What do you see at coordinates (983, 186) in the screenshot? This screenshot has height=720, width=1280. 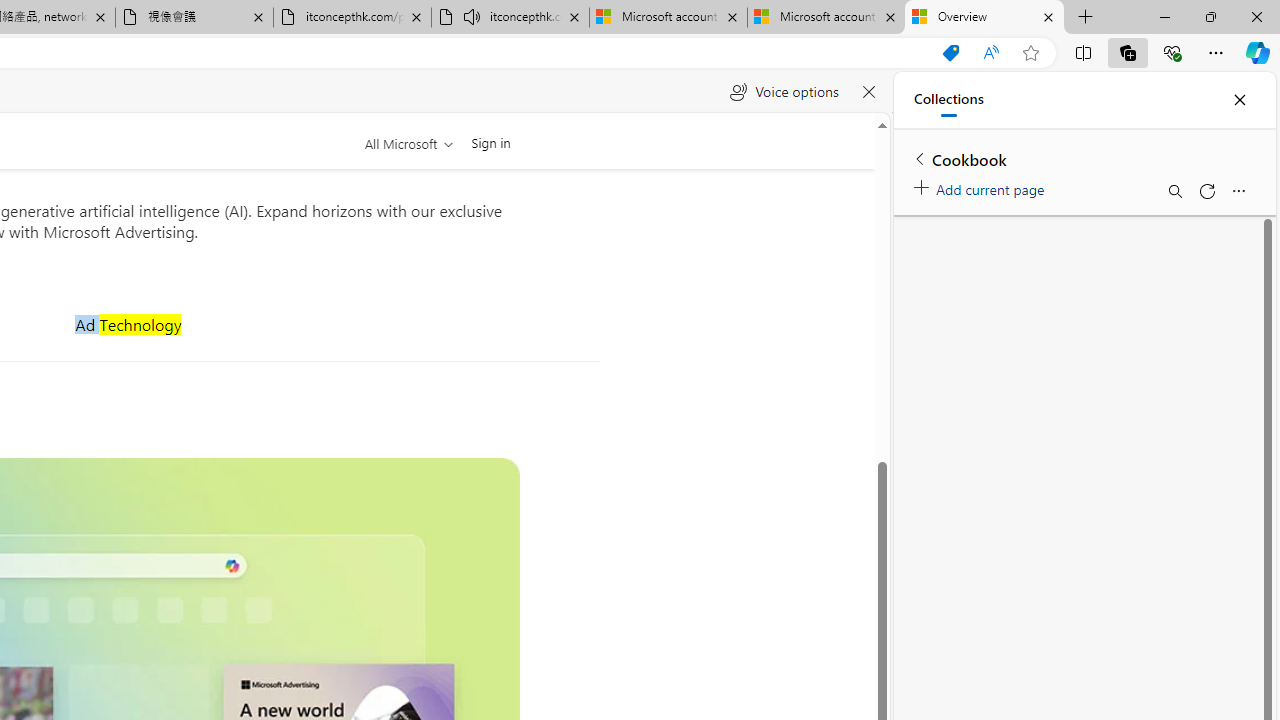 I see `'Add current page'` at bounding box center [983, 186].